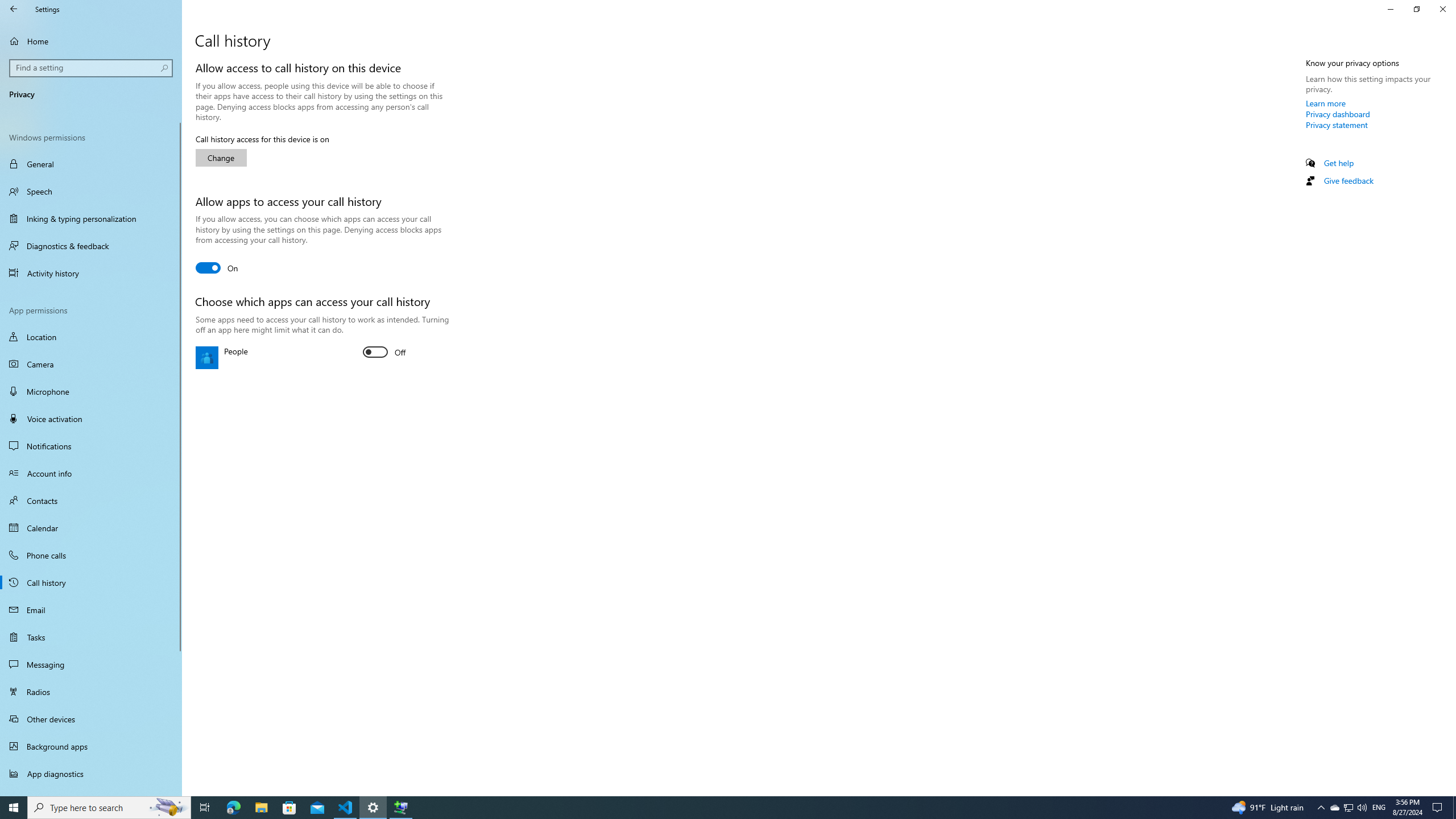  Describe the element at coordinates (90, 745) in the screenshot. I see `'Background apps'` at that location.